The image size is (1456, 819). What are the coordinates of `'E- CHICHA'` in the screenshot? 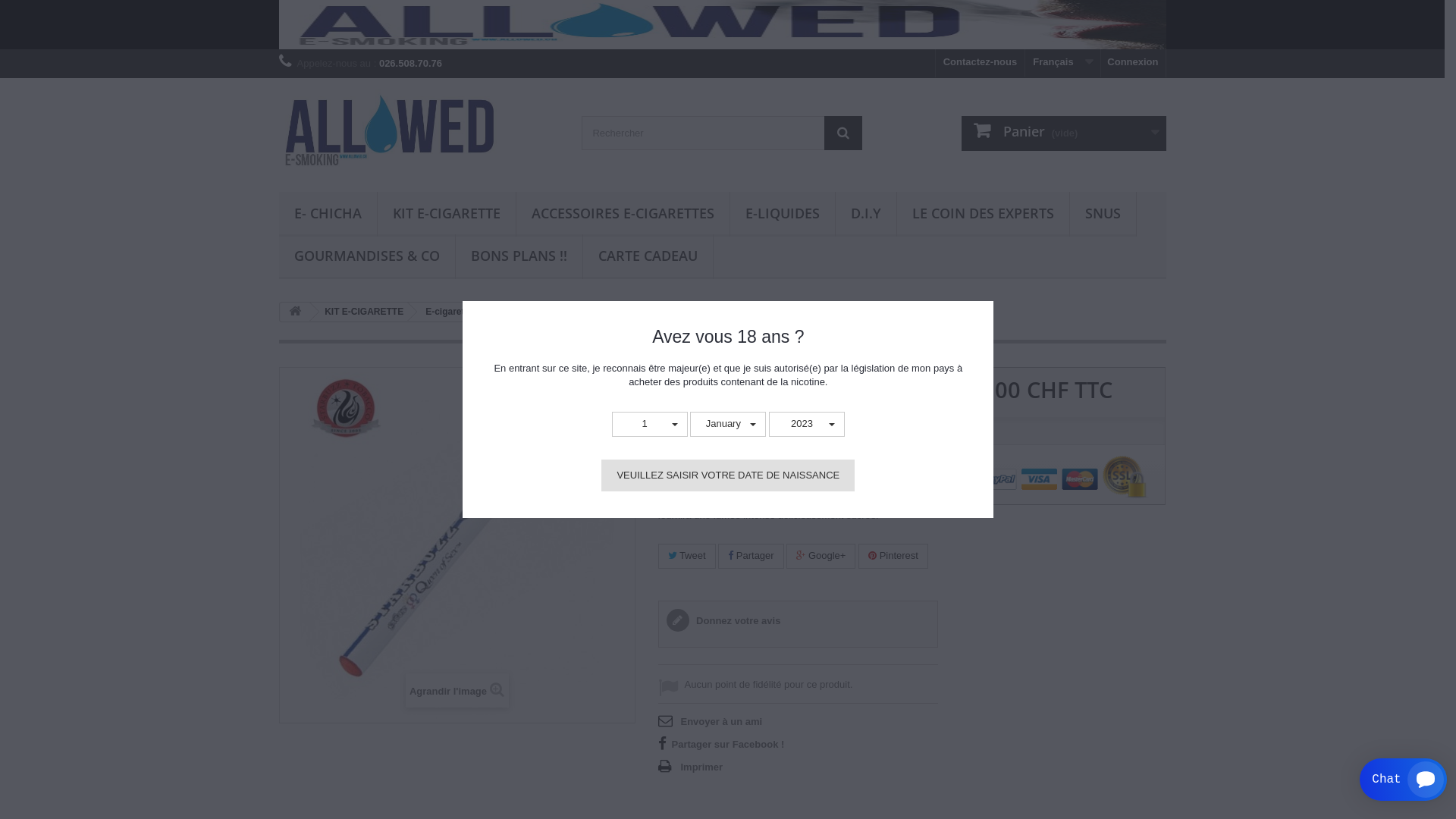 It's located at (327, 214).